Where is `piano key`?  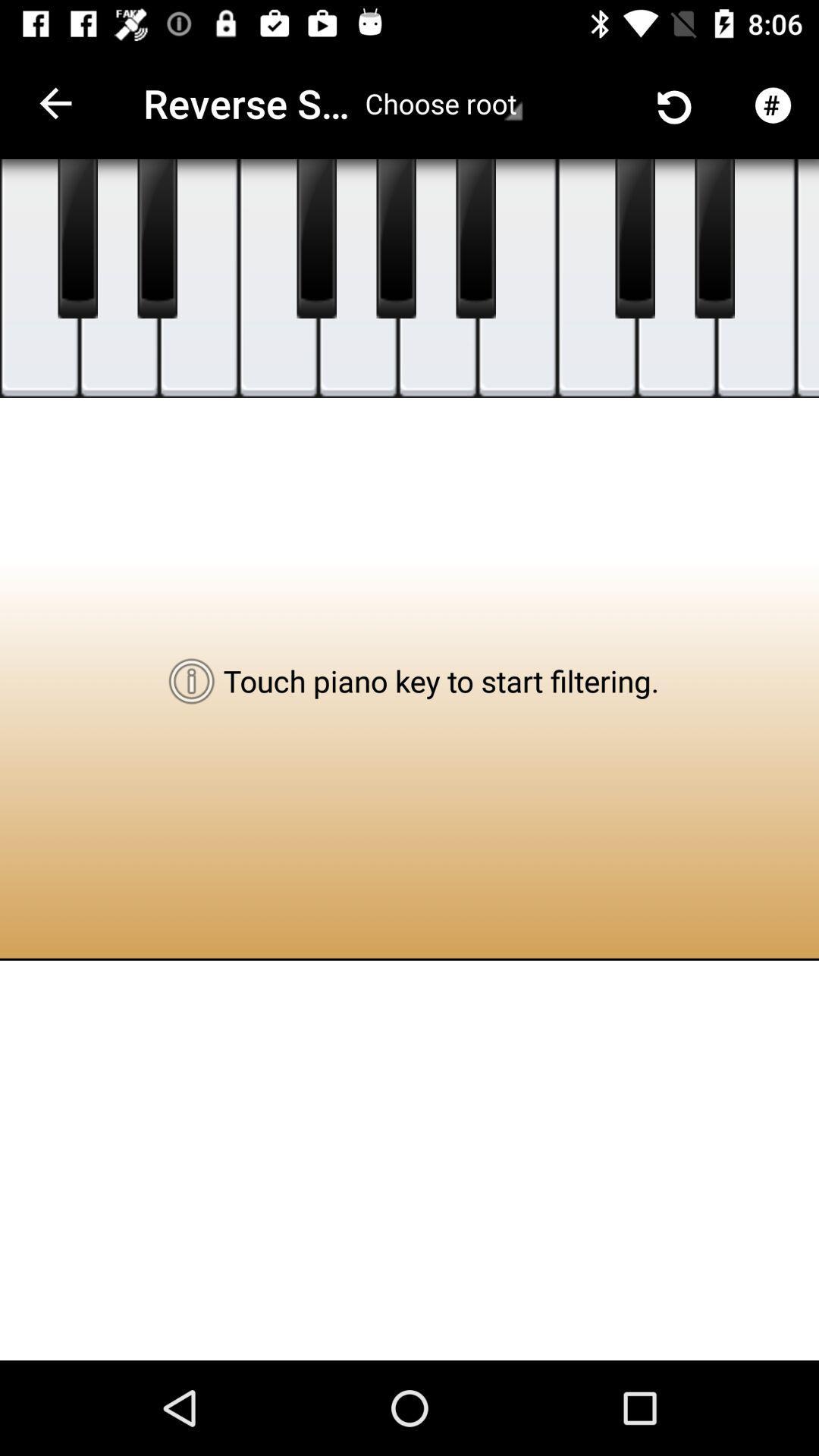 piano key is located at coordinates (157, 238).